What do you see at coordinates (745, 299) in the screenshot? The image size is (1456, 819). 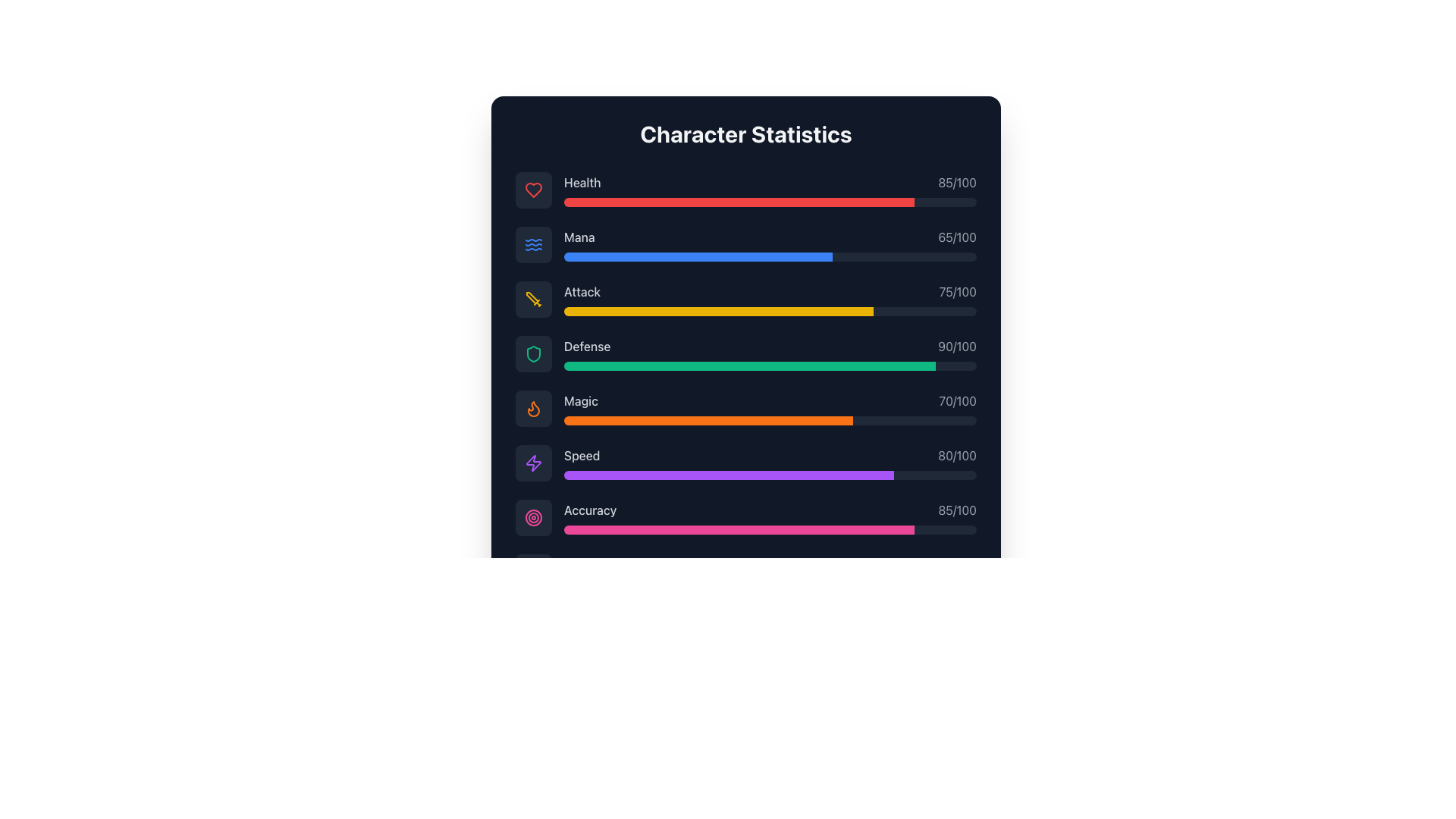 I see `the 'Attack' statistic display component, which shows the value 75/100 and is located between the 'Mana' and 'Defense' entries in the vertical grid under 'Character Statistics'` at bounding box center [745, 299].